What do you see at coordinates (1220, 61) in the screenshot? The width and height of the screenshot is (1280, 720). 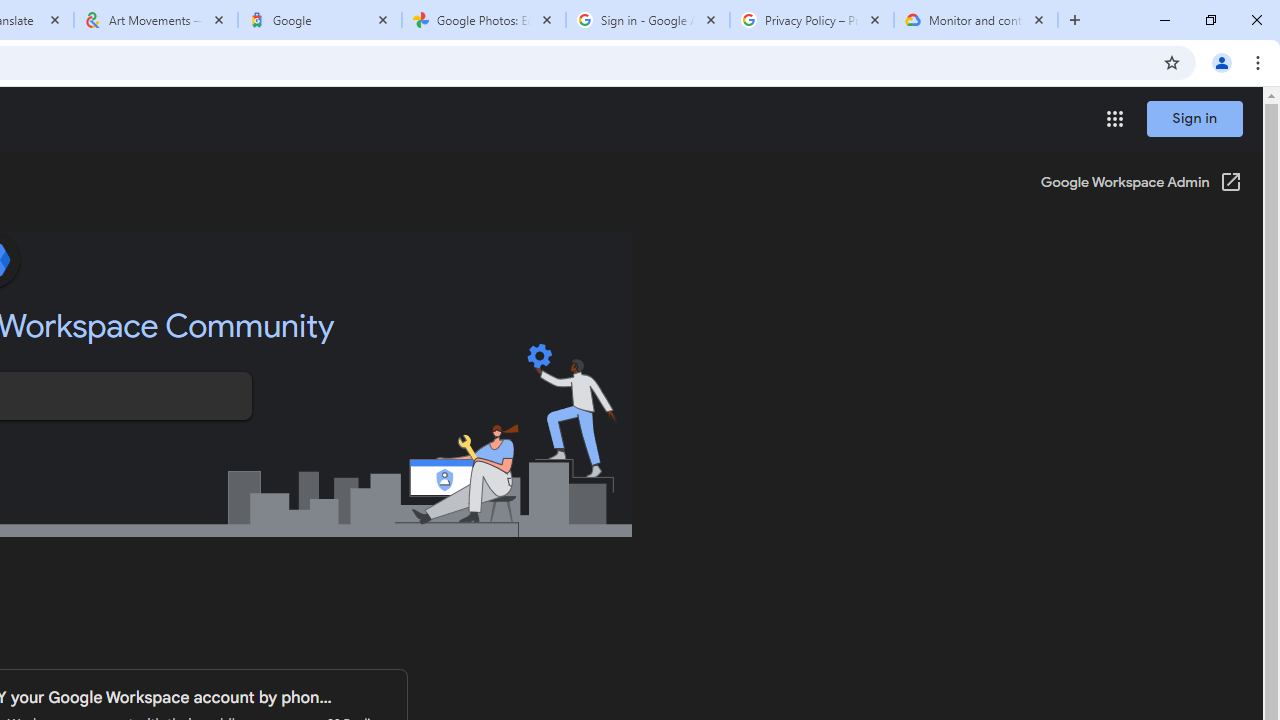 I see `'You'` at bounding box center [1220, 61].